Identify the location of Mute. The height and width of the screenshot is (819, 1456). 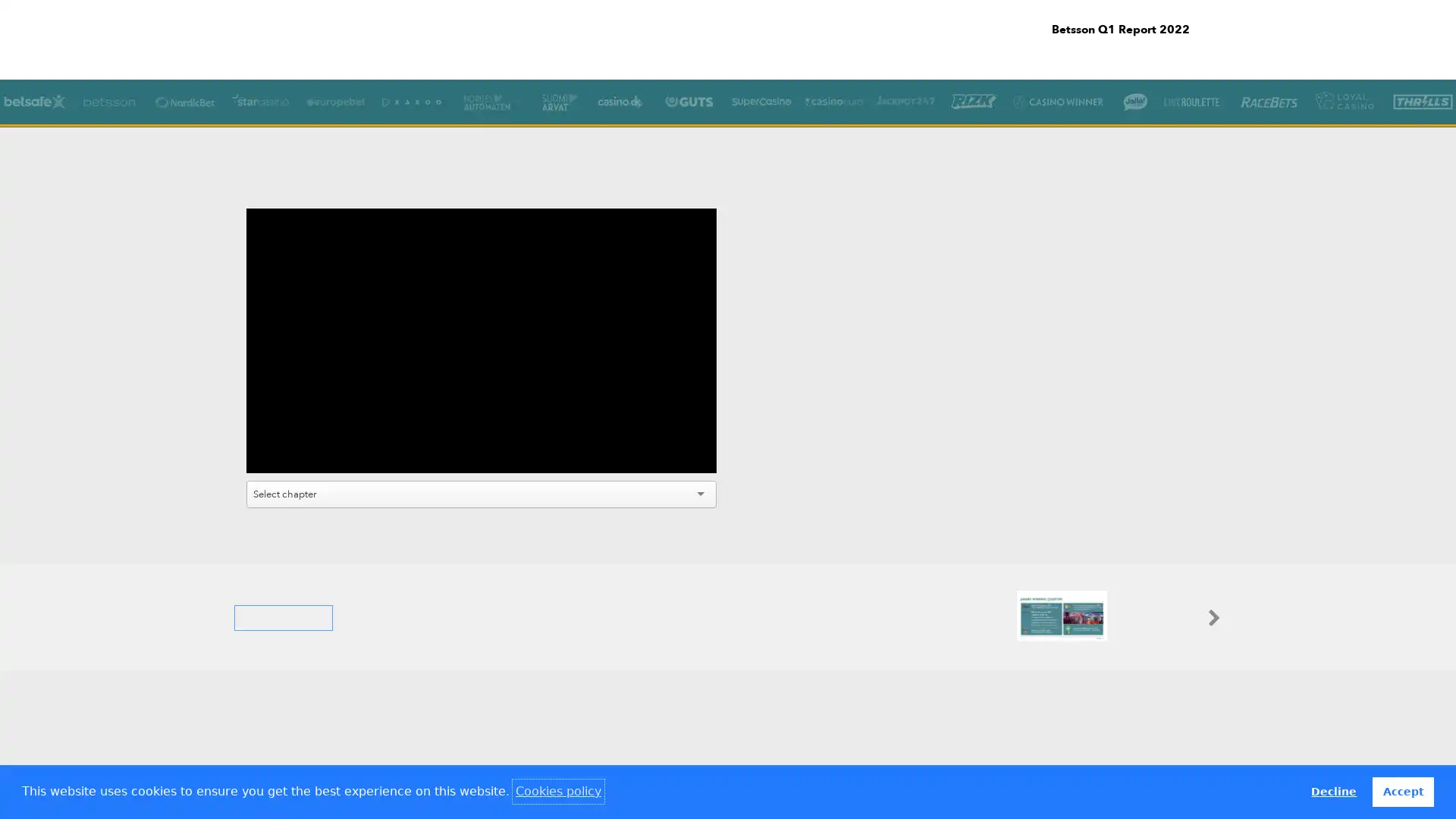
(291, 449).